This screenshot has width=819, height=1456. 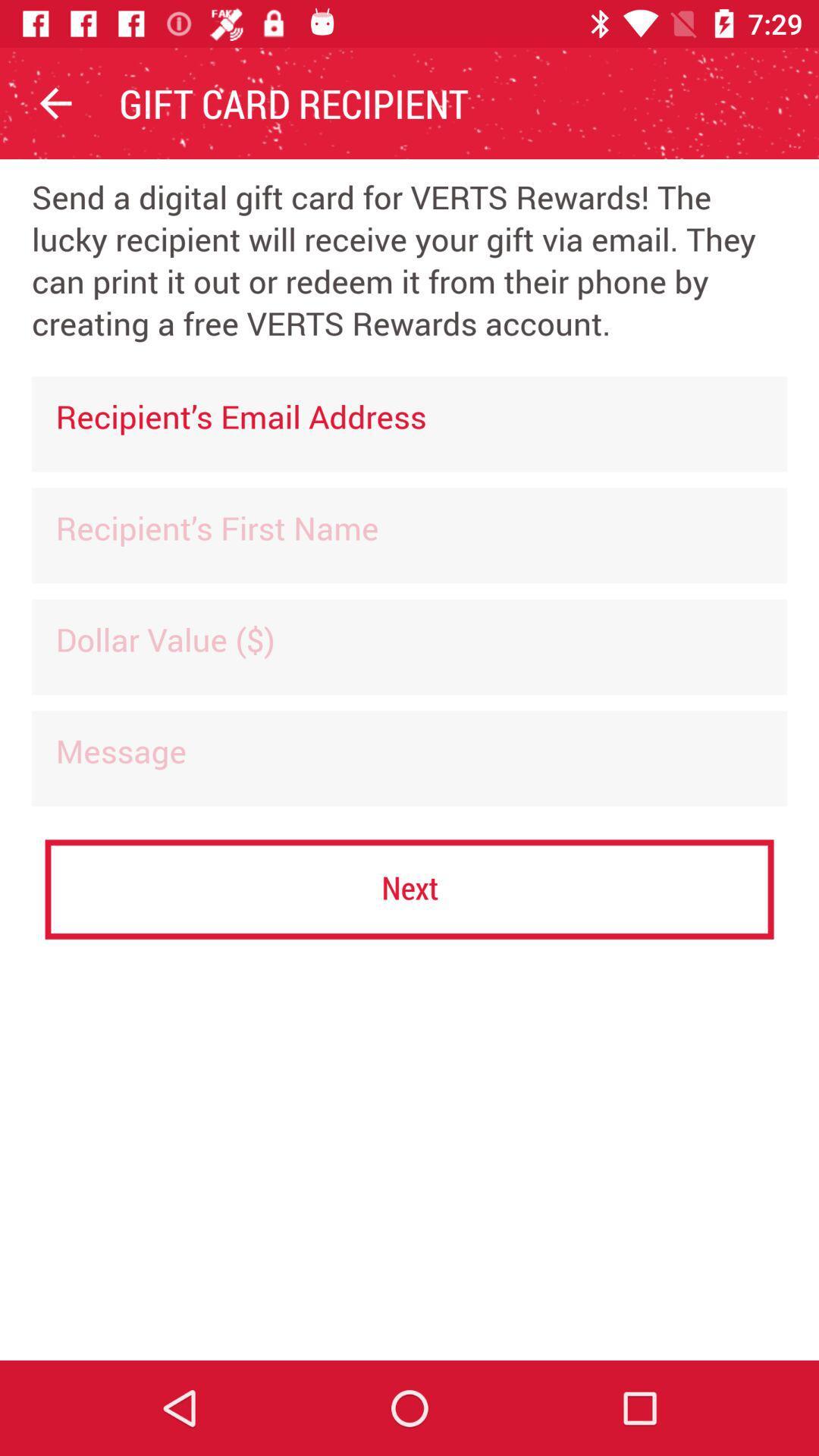 I want to click on the icon at the top left corner, so click(x=55, y=102).